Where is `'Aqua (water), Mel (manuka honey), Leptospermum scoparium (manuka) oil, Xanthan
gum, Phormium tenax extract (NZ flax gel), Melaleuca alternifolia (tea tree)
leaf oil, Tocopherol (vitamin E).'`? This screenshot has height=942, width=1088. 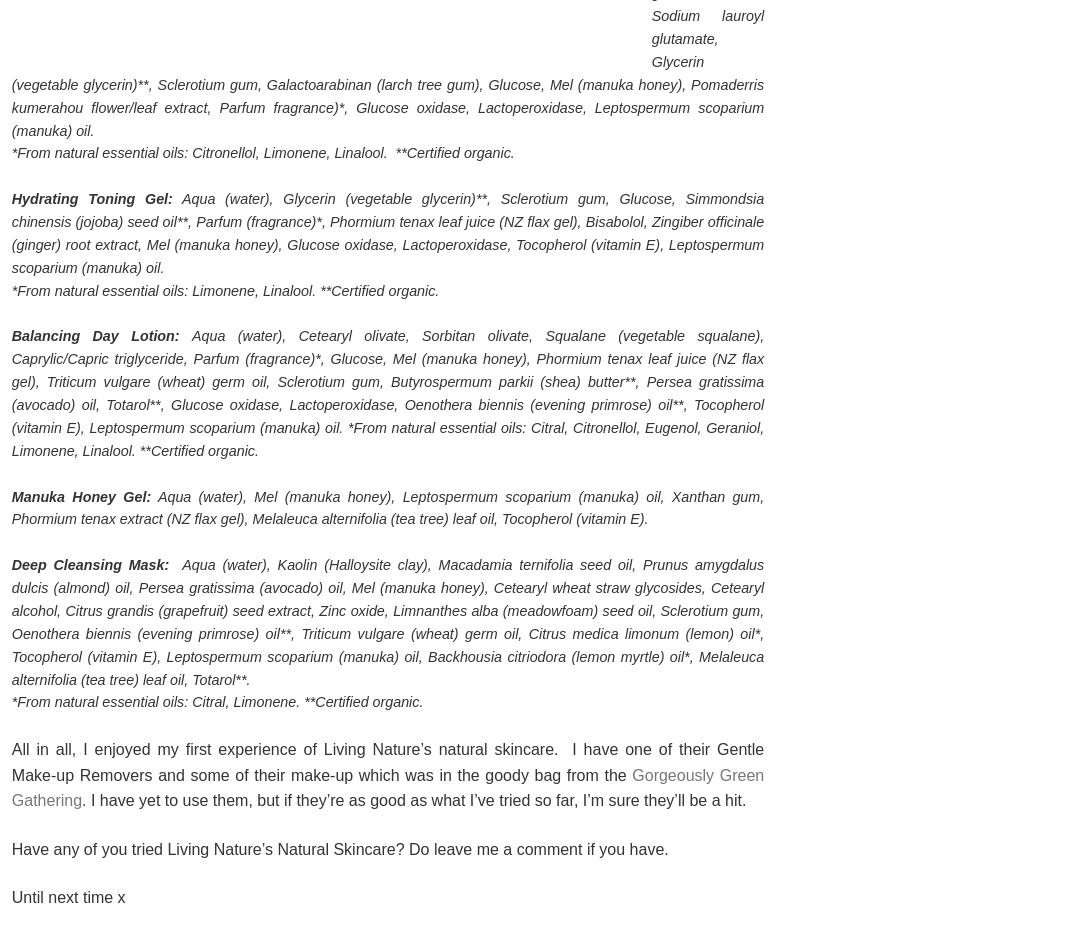
'Aqua (water), Mel (manuka honey), Leptospermum scoparium (manuka) oil, Xanthan
gum, Phormium tenax extract (NZ flax gel), Melaleuca alternifolia (tea tree)
leaf oil, Tocopherol (vitamin E).' is located at coordinates (10, 507).